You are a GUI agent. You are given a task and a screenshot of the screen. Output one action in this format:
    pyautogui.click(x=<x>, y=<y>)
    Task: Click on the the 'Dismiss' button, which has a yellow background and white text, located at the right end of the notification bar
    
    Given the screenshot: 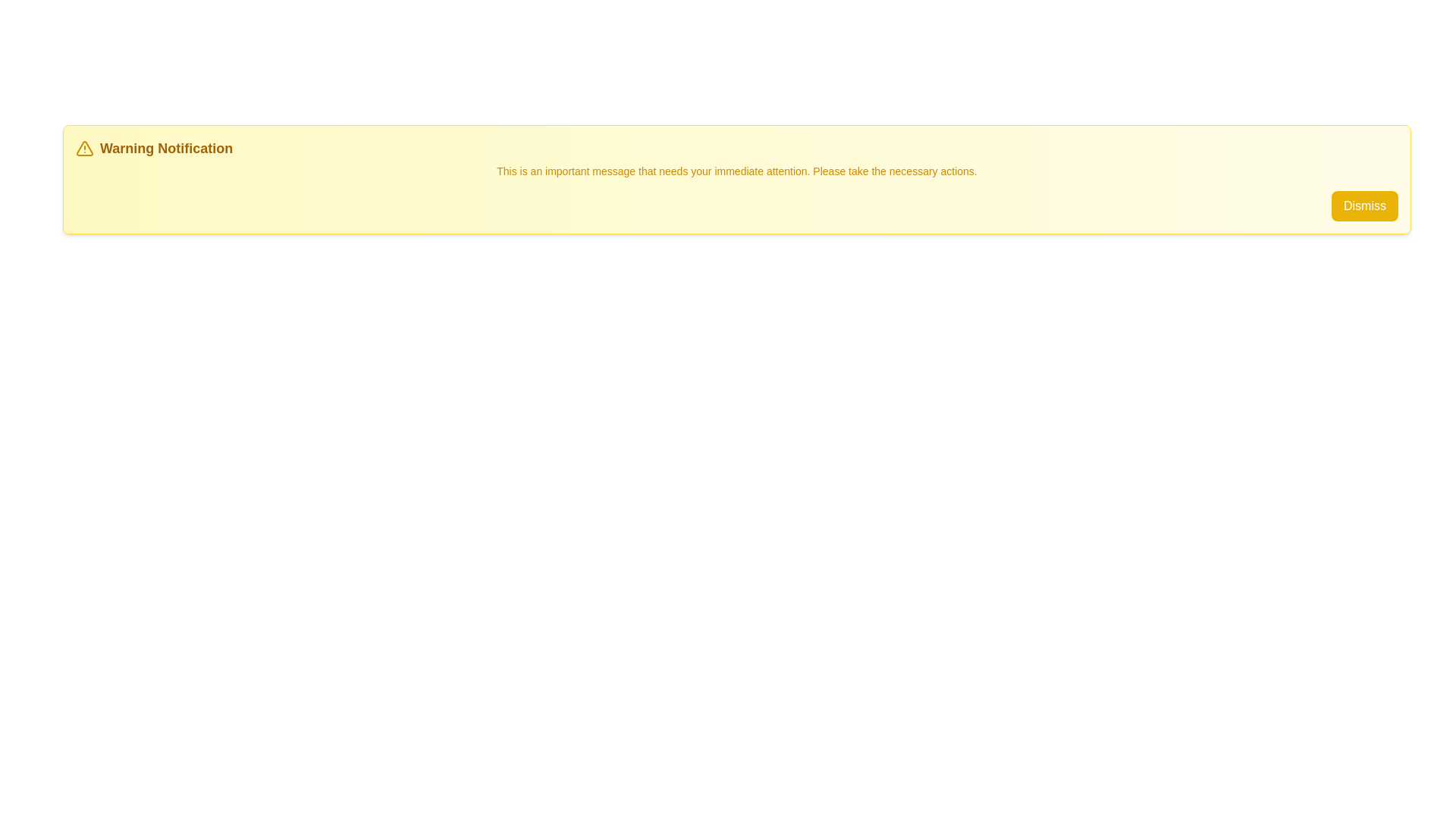 What is the action you would take?
    pyautogui.click(x=1365, y=205)
    